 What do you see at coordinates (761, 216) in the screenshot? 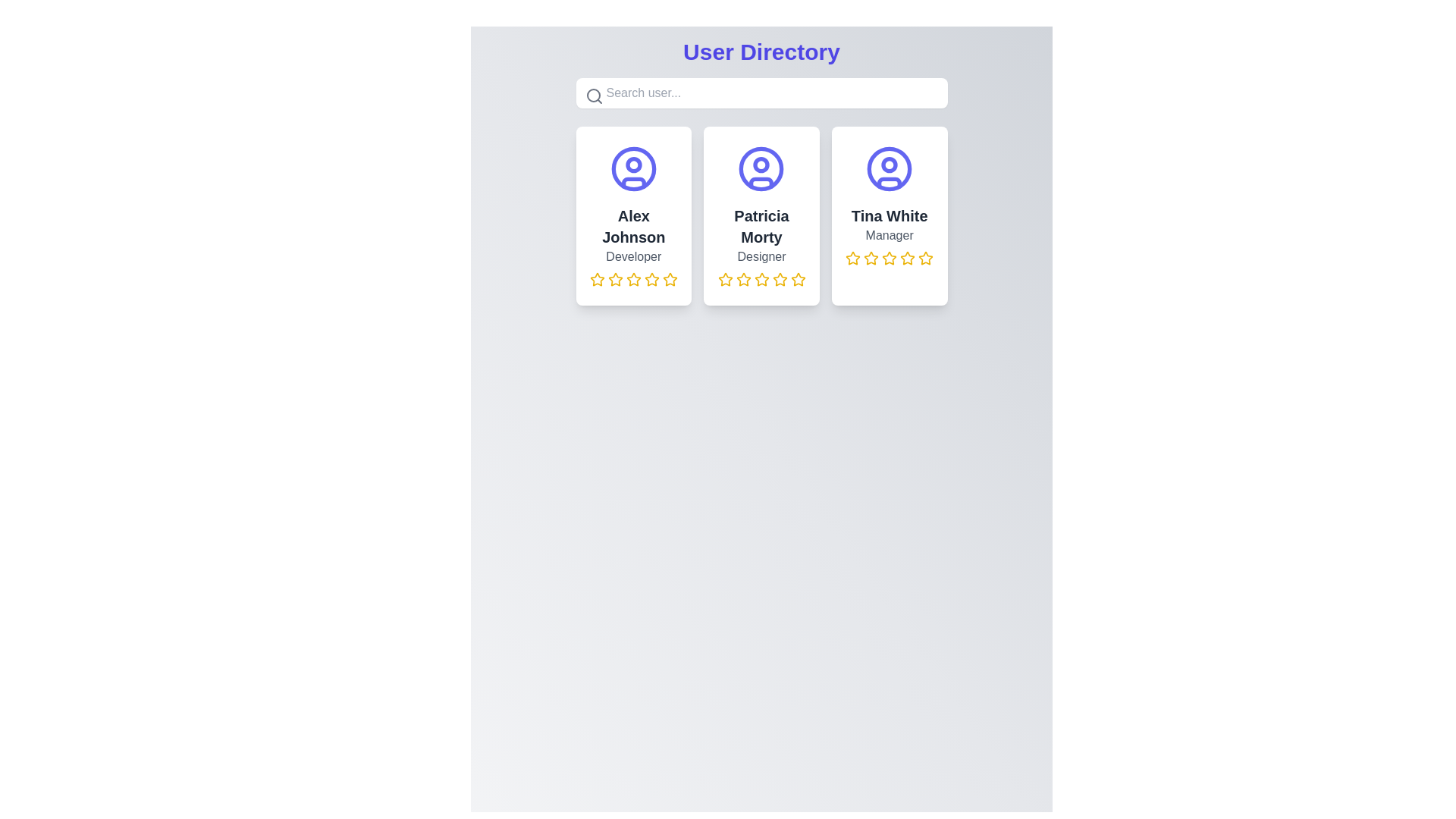
I see `the grid of user profile cards under the 'User Directory' heading` at bounding box center [761, 216].